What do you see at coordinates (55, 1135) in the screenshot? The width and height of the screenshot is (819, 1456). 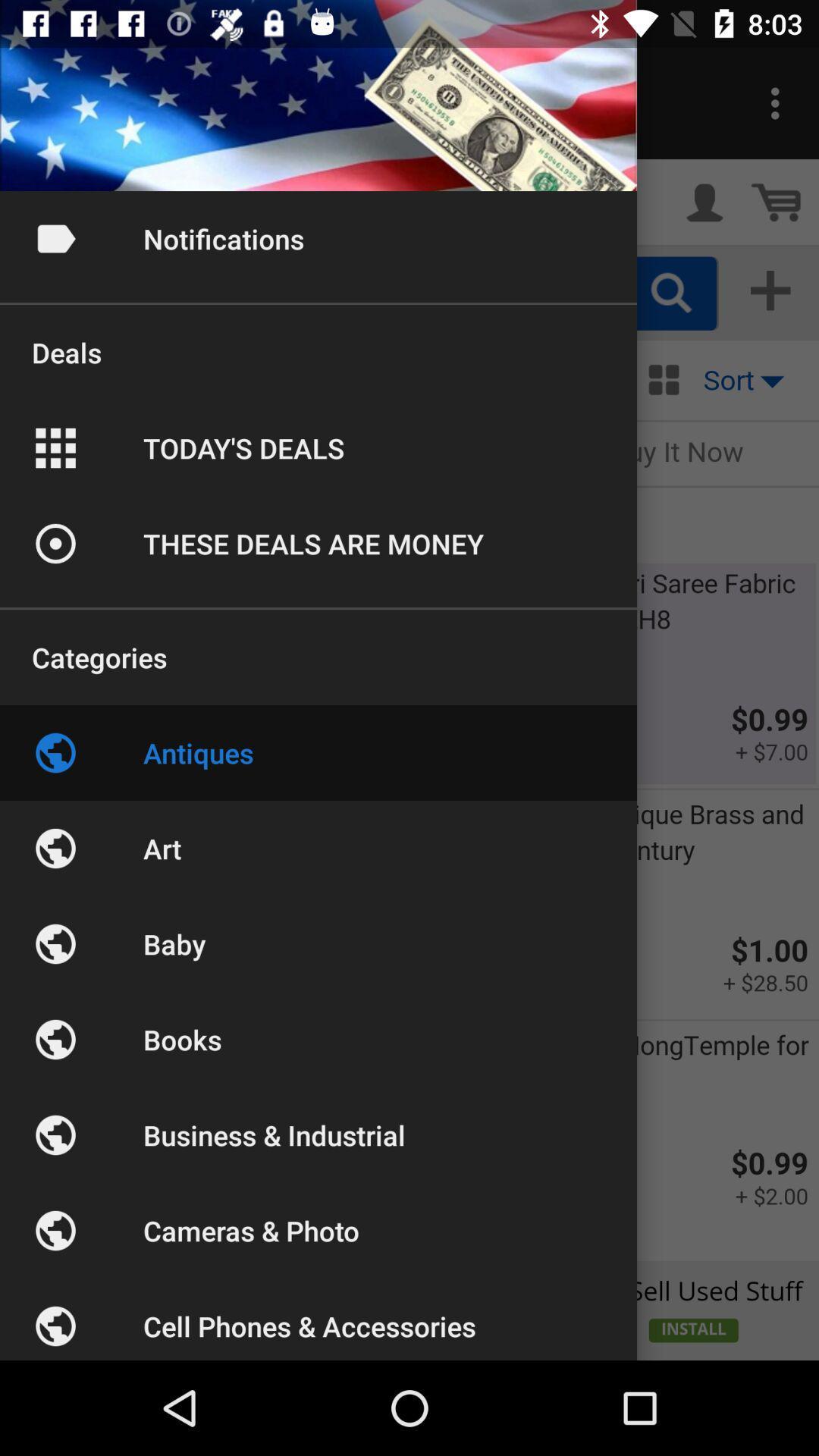 I see `the icon left to business  industrial` at bounding box center [55, 1135].